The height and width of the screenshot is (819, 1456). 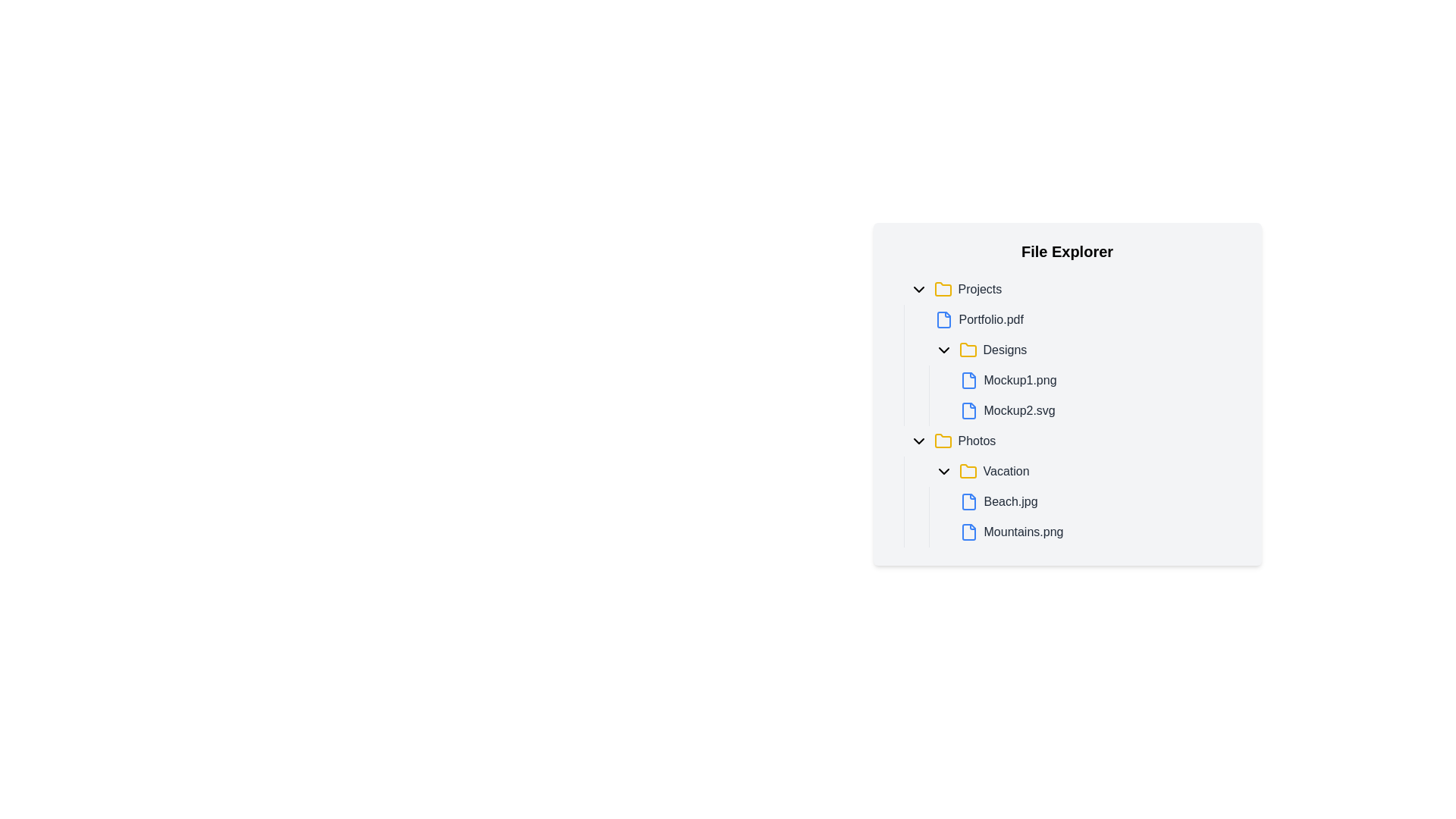 I want to click on the yellow folder icon located to the left of the 'Designs' text label, so click(x=967, y=350).